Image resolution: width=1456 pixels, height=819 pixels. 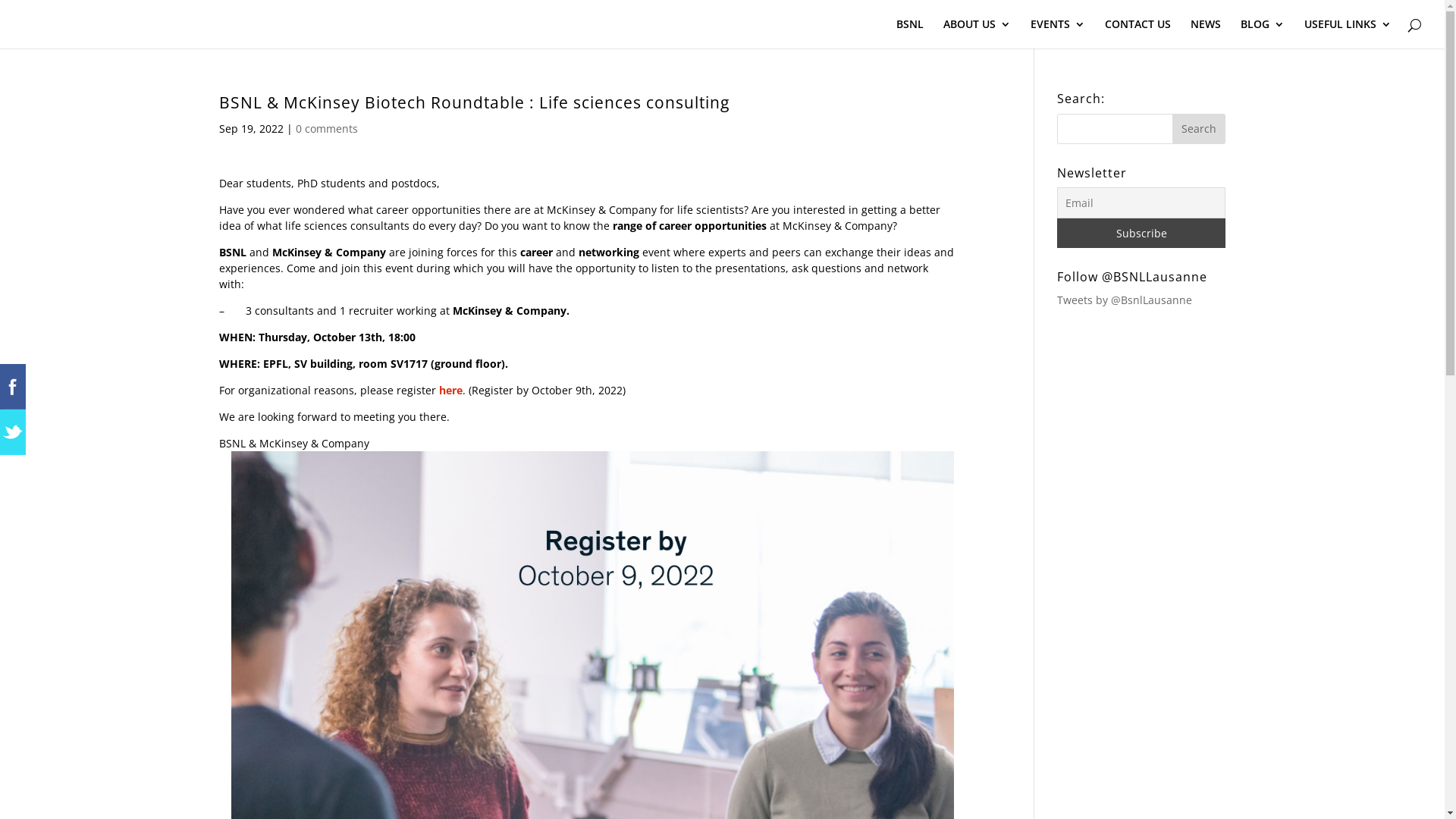 I want to click on 'Tweets by @BsnlLausanne', so click(x=1125, y=300).